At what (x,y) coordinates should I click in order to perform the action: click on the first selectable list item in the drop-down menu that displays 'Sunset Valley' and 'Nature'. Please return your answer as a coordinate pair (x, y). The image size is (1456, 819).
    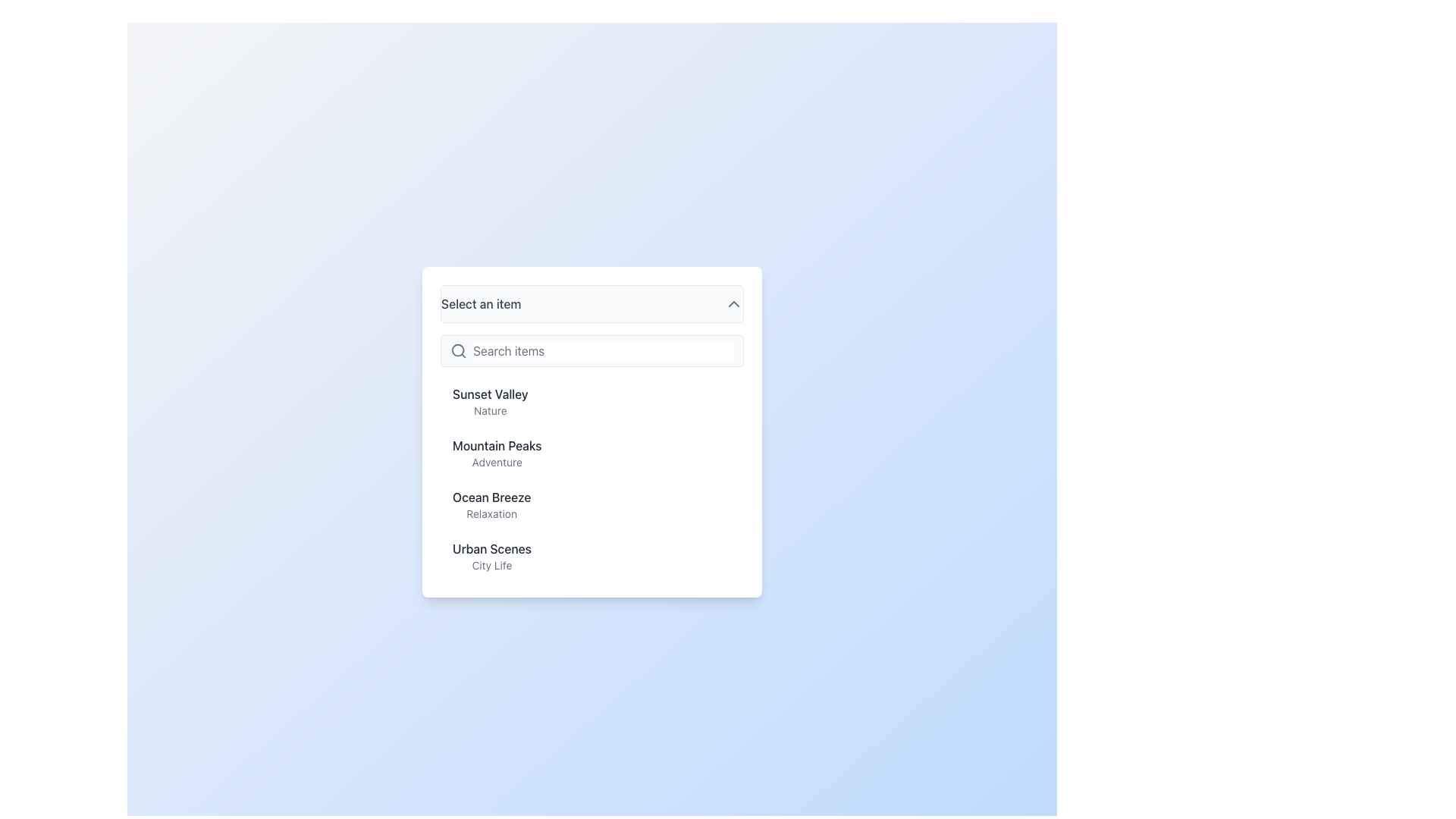
    Looking at the image, I should click on (591, 400).